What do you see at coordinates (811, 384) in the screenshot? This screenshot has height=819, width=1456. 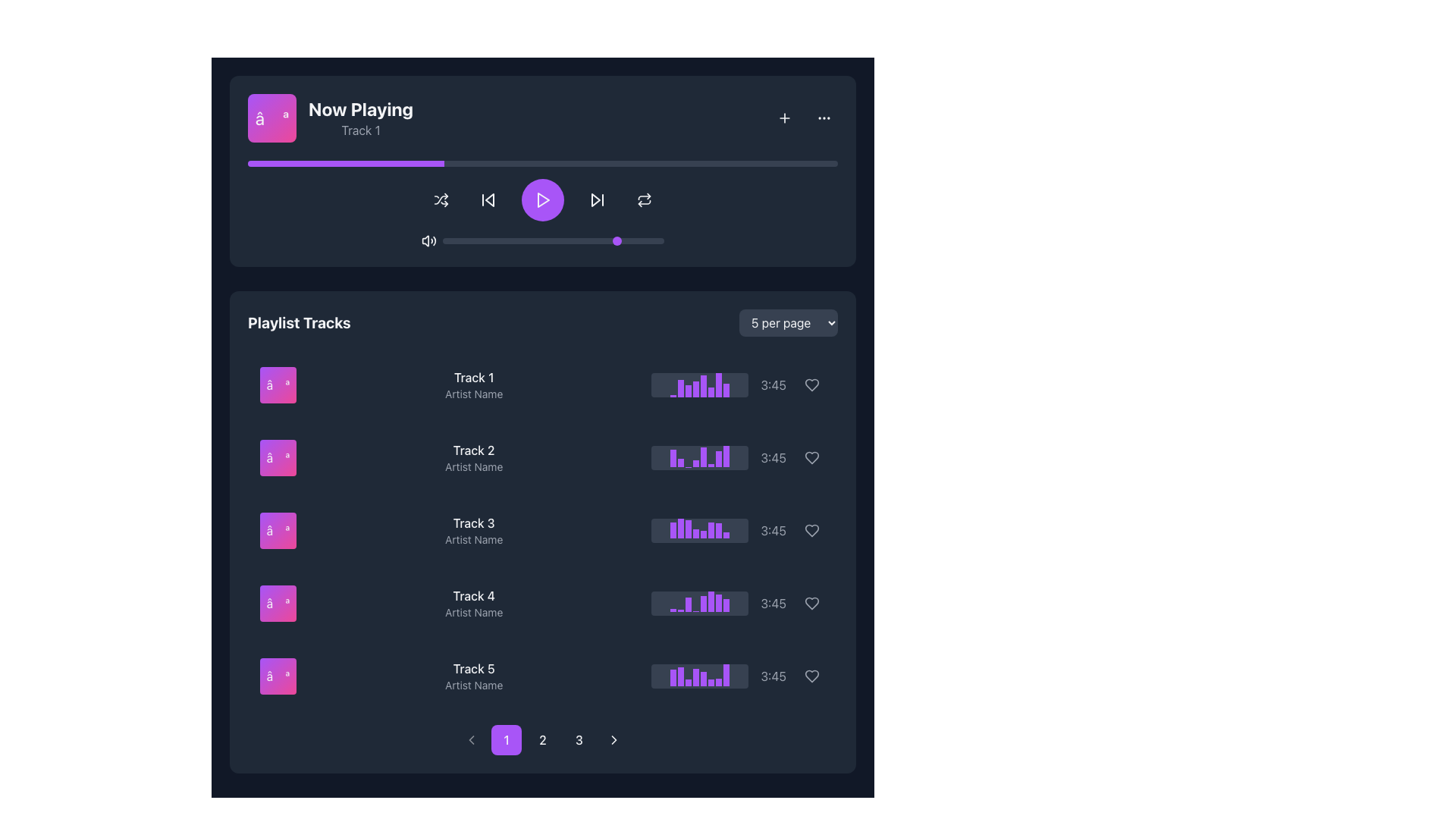 I see `the 'favorite' icon button in the fifth column of the playlist table for 'Track 1', which is located near the duration text '3:45'` at bounding box center [811, 384].